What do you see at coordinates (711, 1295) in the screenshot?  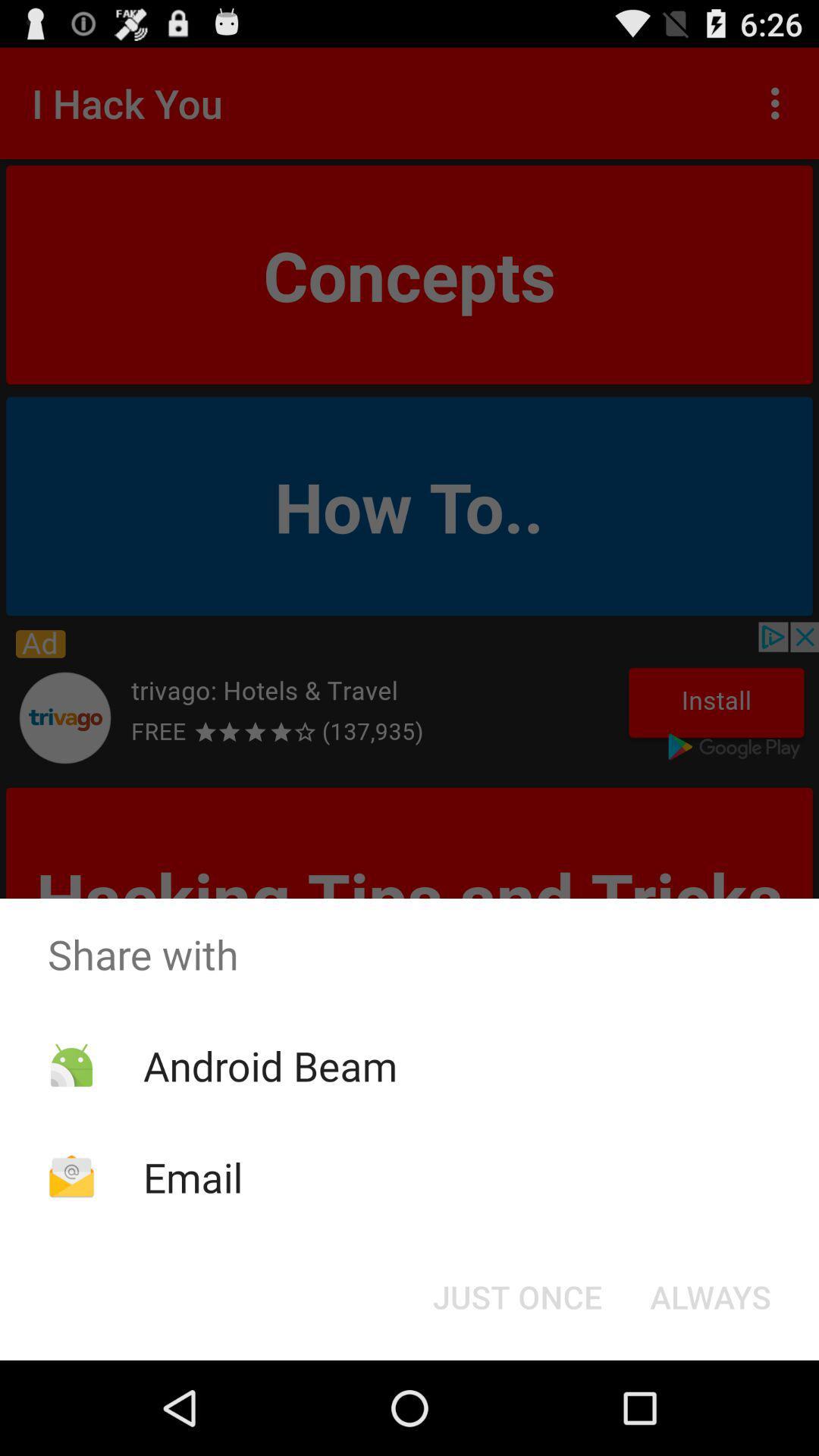 I see `the always item` at bounding box center [711, 1295].